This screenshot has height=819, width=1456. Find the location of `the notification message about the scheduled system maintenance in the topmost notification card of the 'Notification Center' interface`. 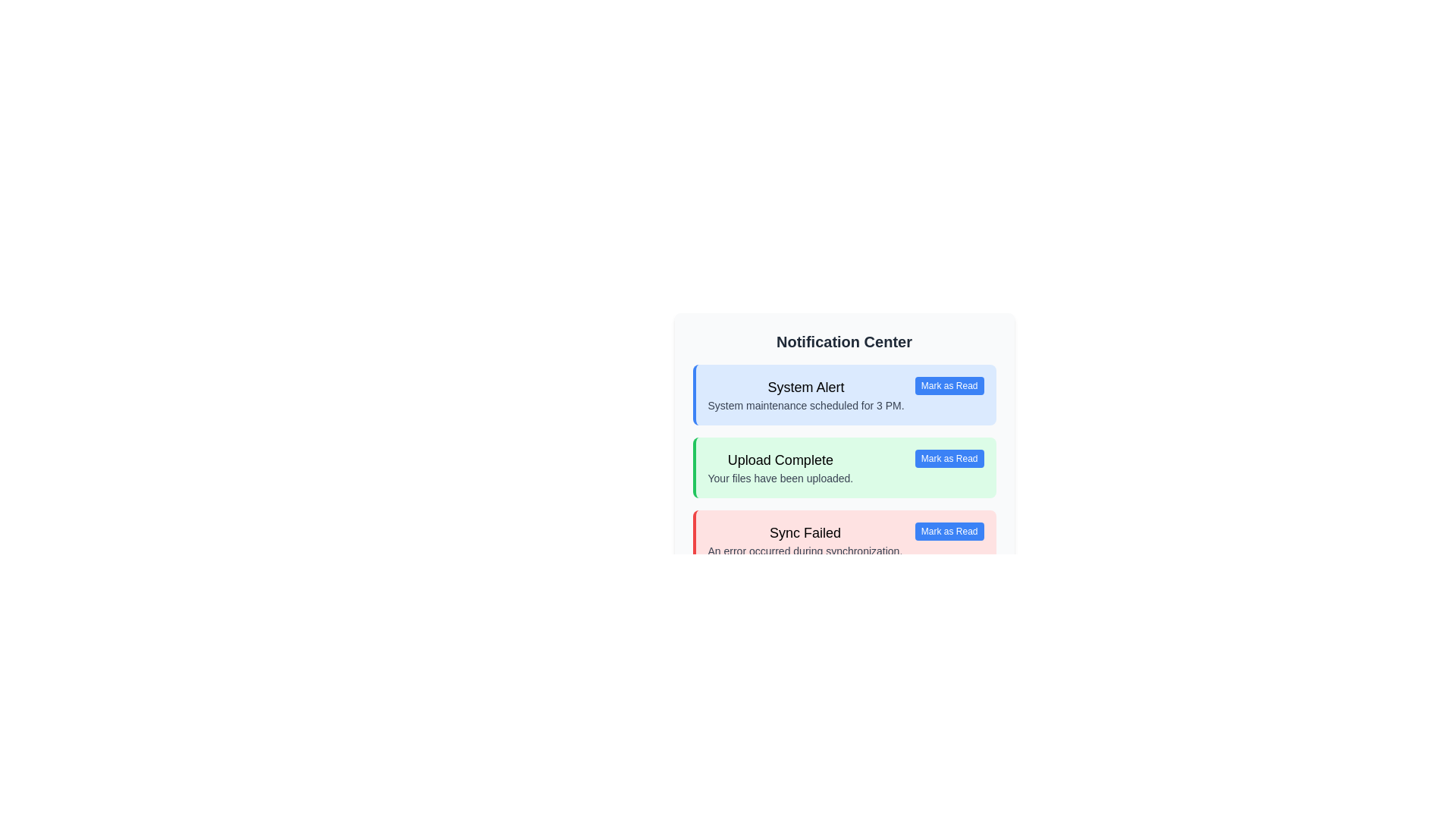

the notification message about the scheduled system maintenance in the topmost notification card of the 'Notification Center' interface is located at coordinates (805, 394).